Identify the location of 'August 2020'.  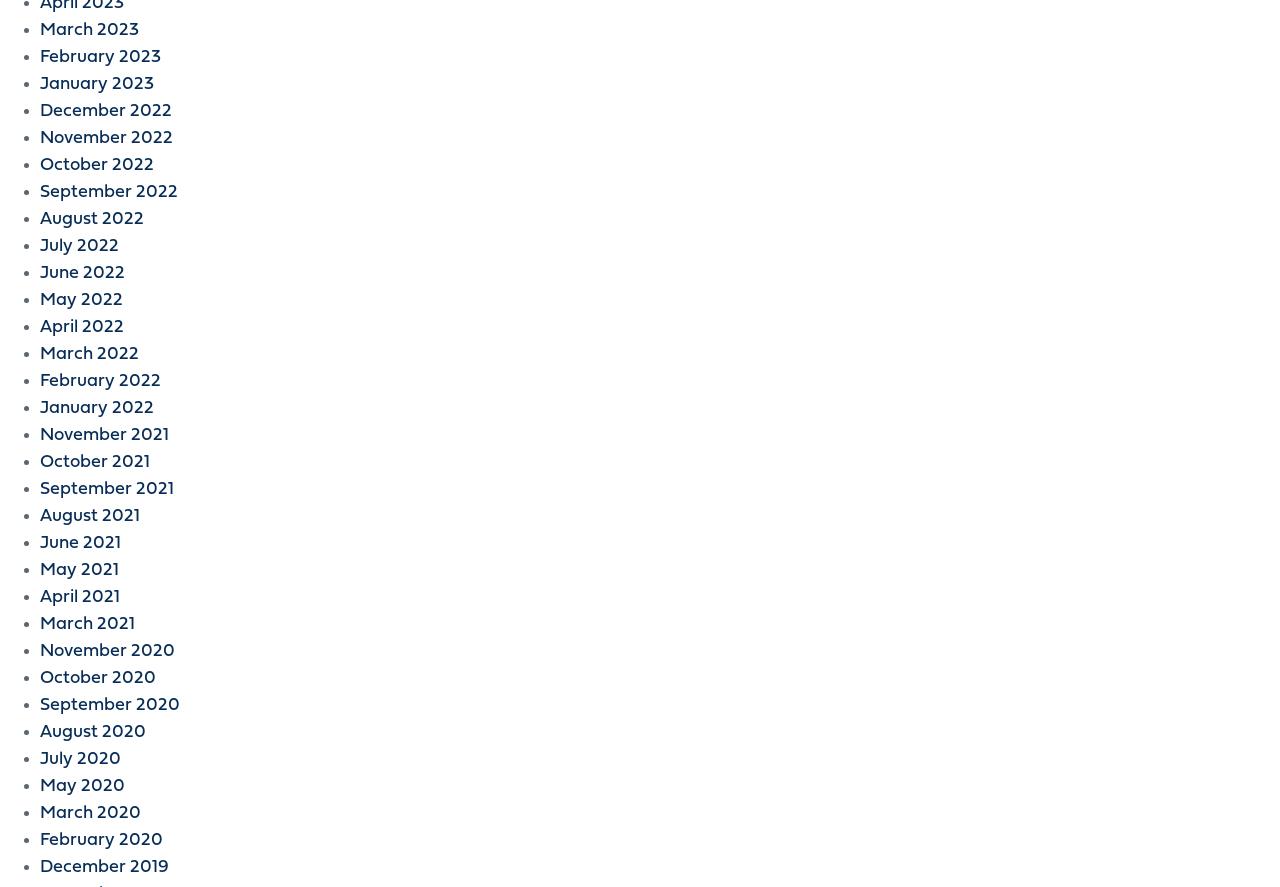
(92, 732).